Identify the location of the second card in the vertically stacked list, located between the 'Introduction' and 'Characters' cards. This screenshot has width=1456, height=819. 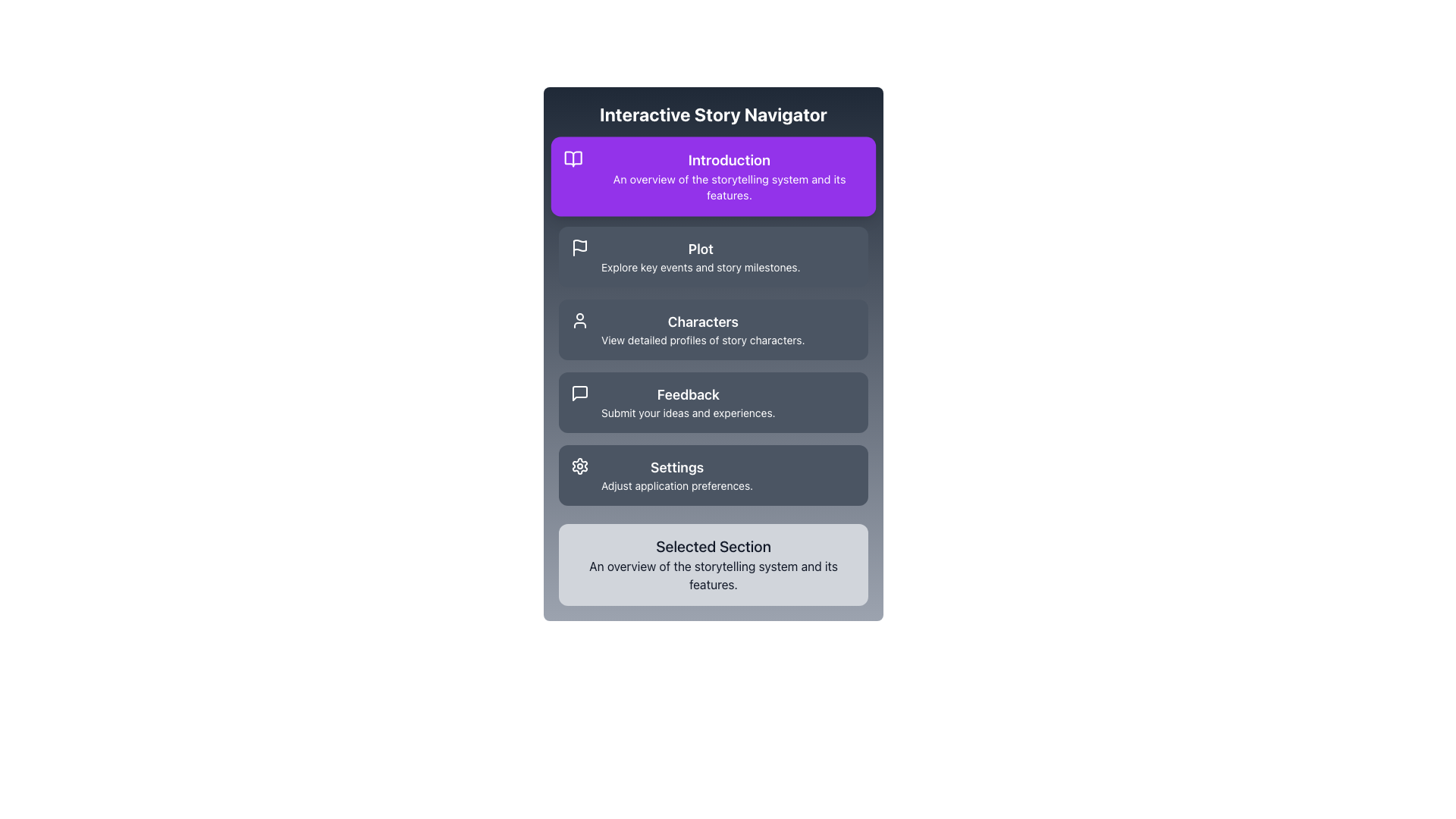
(712, 256).